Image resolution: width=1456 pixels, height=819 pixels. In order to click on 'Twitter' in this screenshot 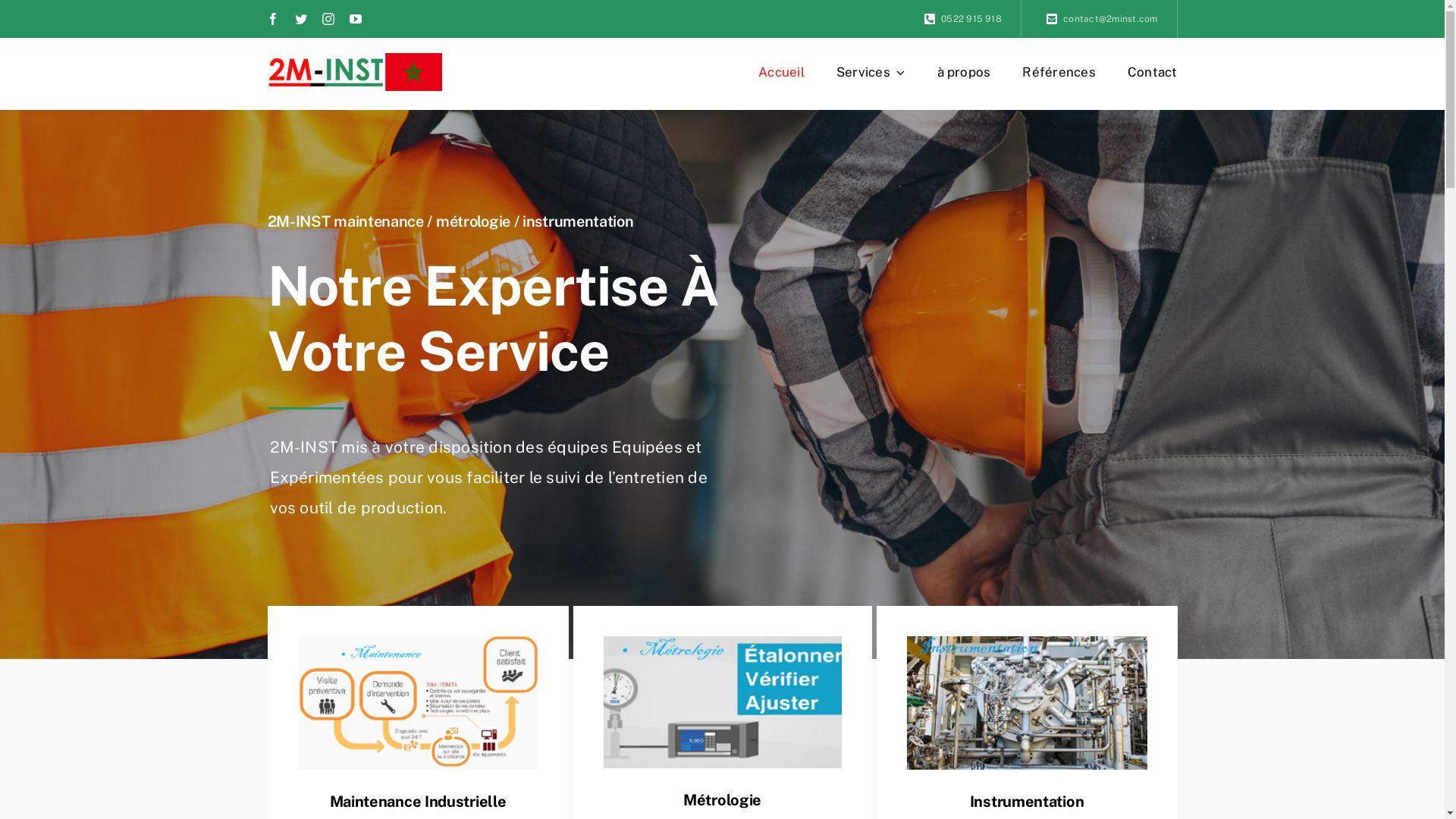, I will do `click(301, 18)`.